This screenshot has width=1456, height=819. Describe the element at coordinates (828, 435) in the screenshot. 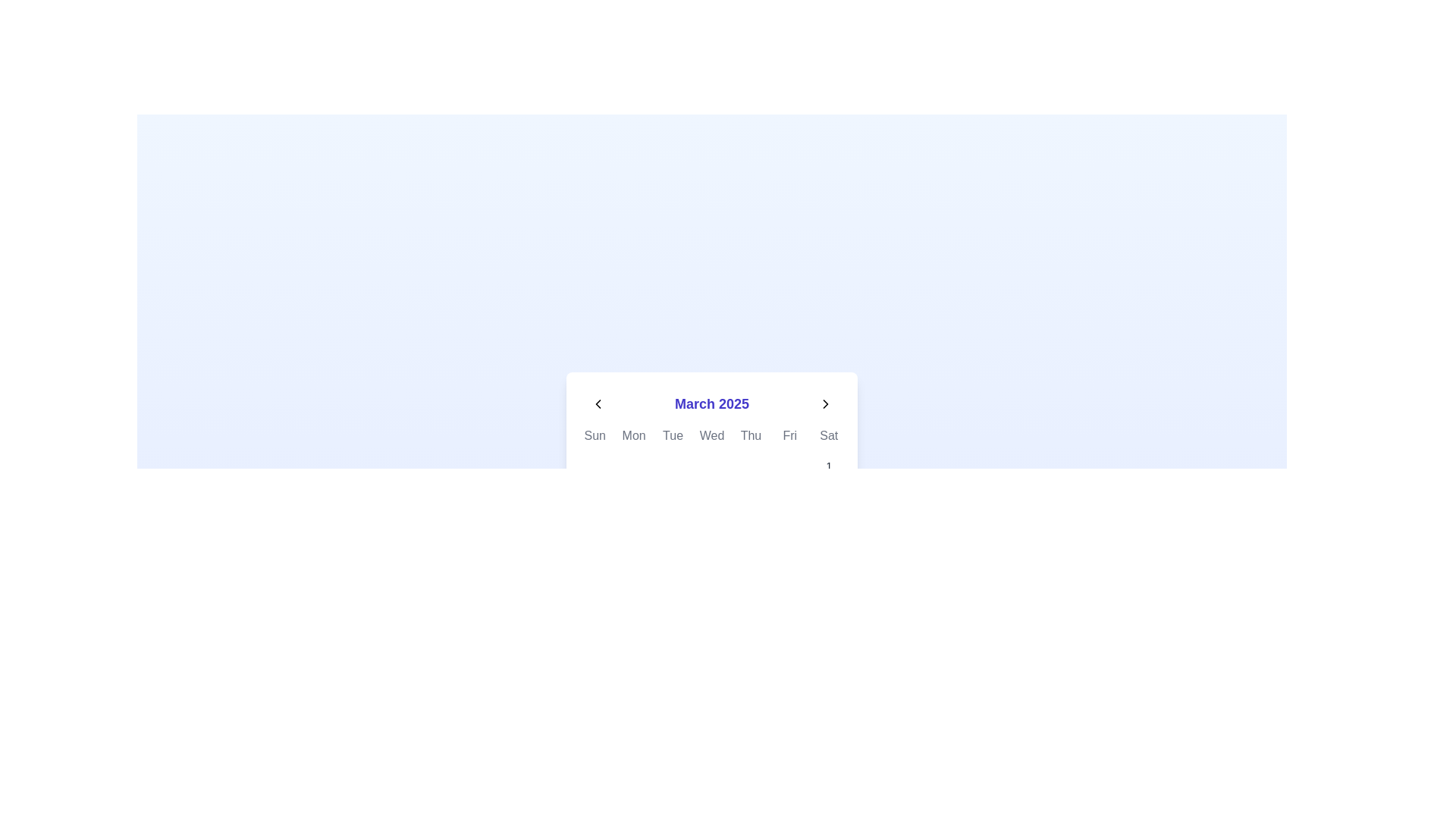

I see `the text label indicating the day of the week in the calendar, specifically the last item in the row of day names under 'March 2025'` at that location.